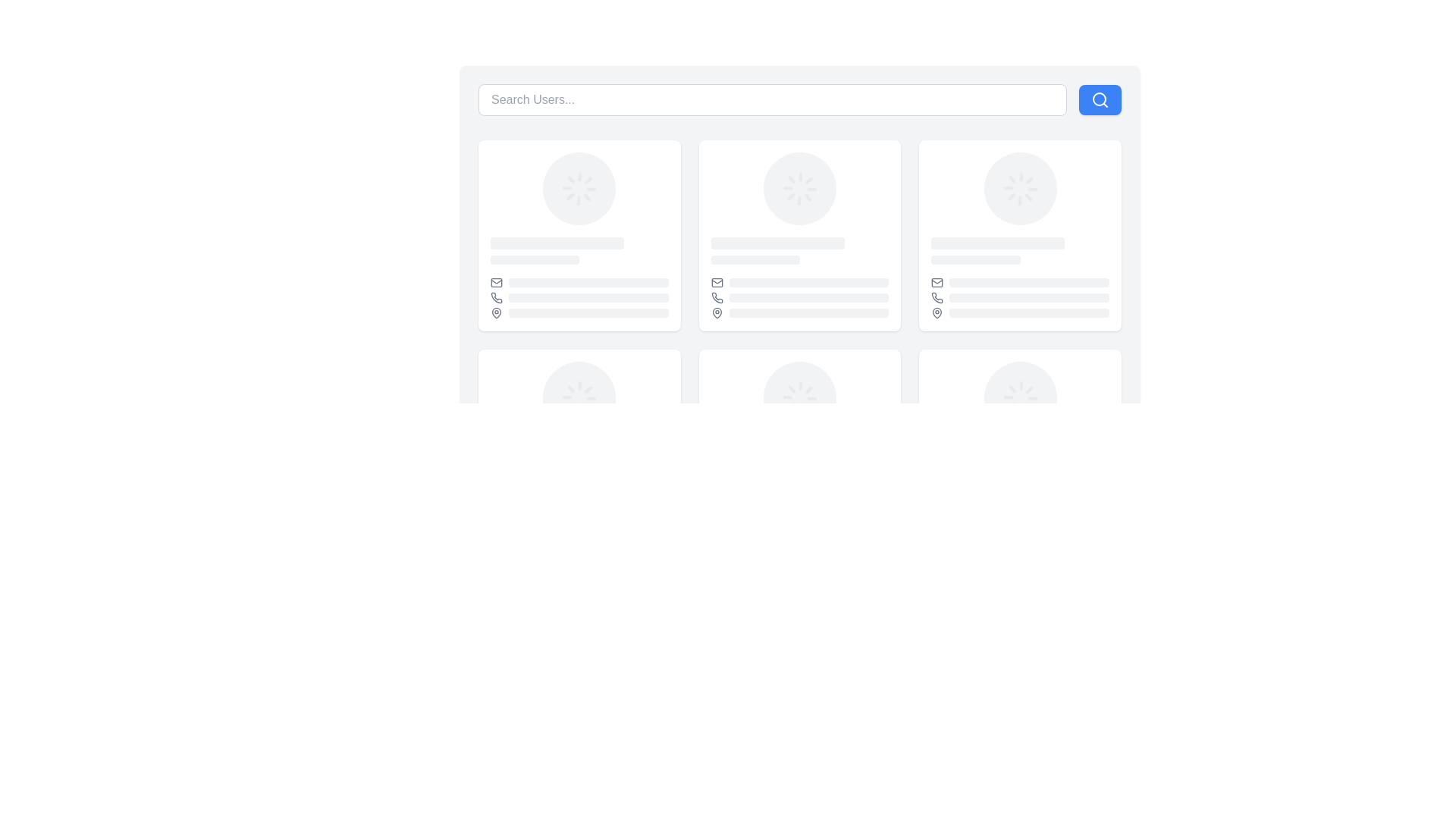 The height and width of the screenshot is (819, 1456). What do you see at coordinates (1020, 188) in the screenshot?
I see `the spinning animation of the loading spinner located in the first row, second column of the grid interface` at bounding box center [1020, 188].